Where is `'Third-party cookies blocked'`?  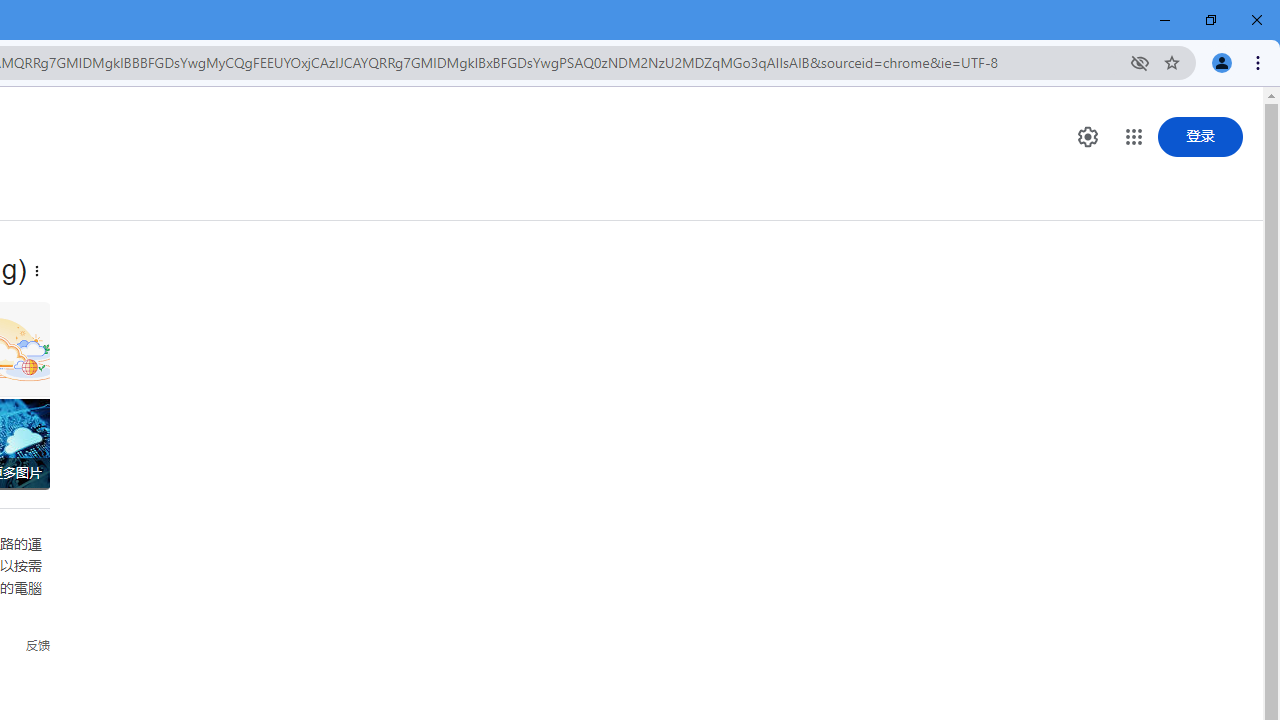 'Third-party cookies blocked' is located at coordinates (1139, 61).